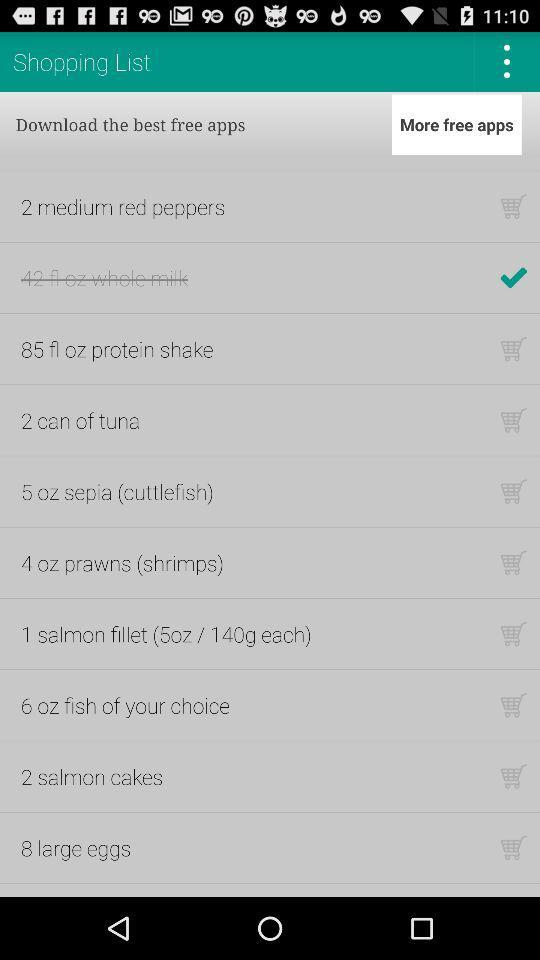 This screenshot has height=960, width=540. Describe the element at coordinates (91, 775) in the screenshot. I see `the 2 salmon cakes app` at that location.